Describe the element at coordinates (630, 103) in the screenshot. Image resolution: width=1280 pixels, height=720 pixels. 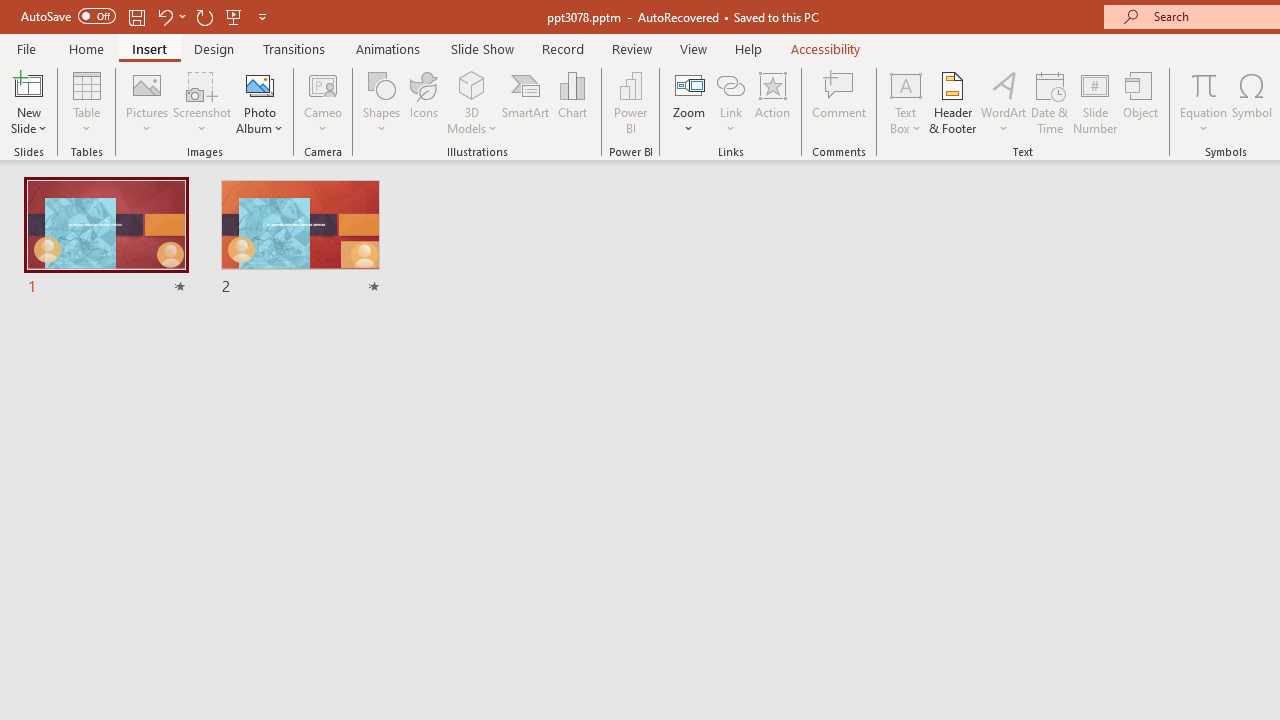
I see `'Power BI'` at that location.